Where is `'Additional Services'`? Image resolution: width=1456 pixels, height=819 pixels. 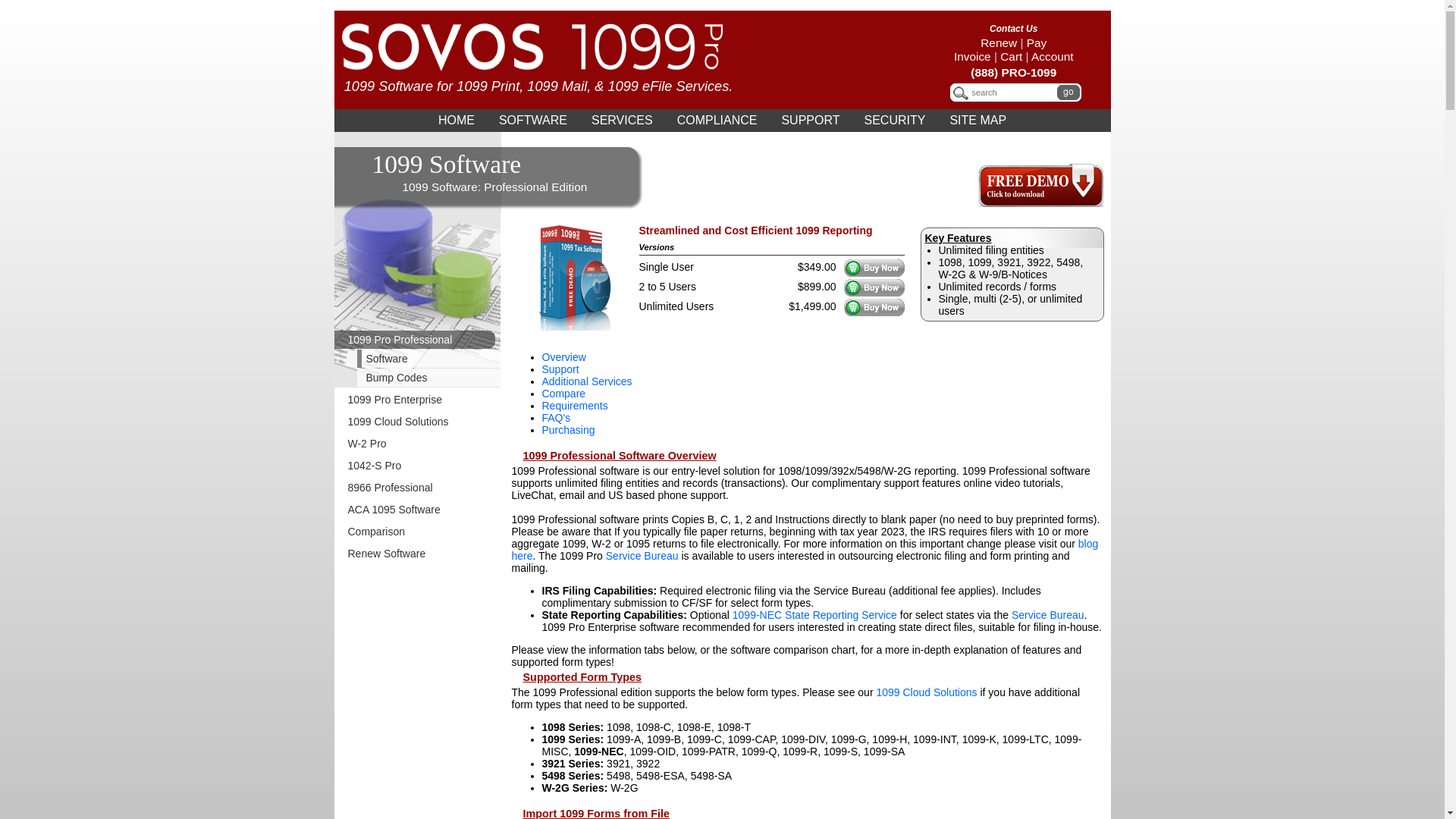 'Additional Services' is located at coordinates (585, 380).